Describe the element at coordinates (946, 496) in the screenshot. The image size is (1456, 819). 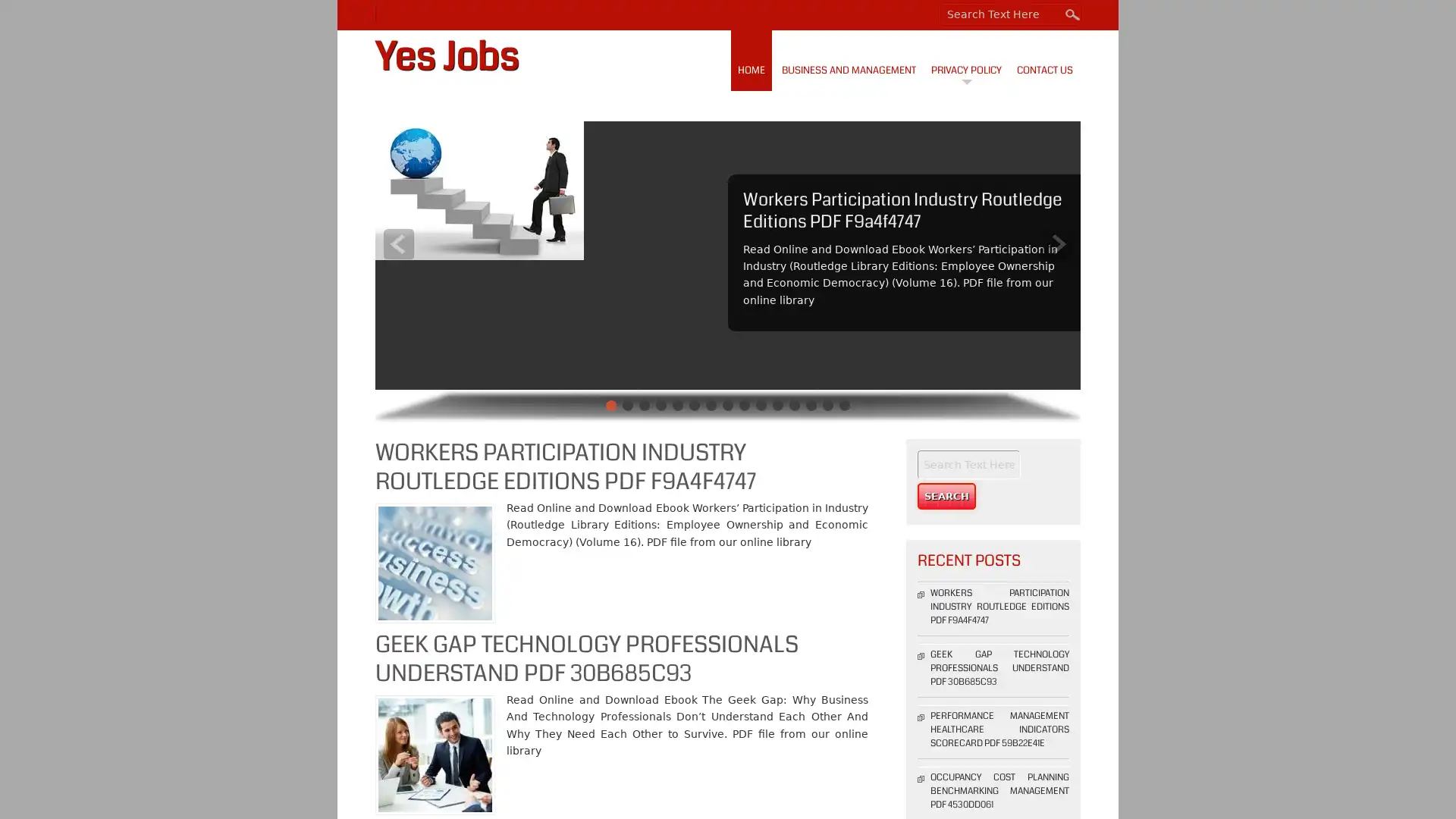
I see `Search` at that location.